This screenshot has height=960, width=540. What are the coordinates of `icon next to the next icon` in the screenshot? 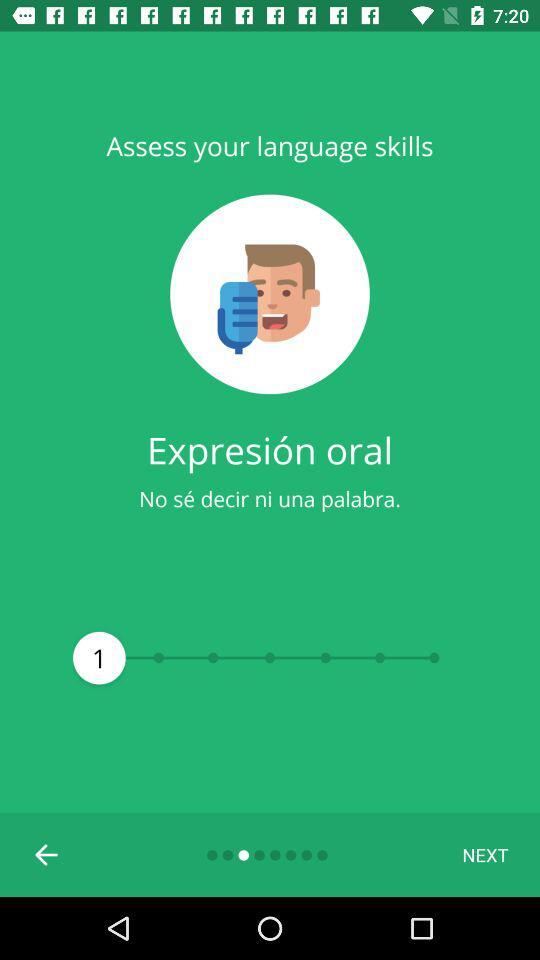 It's located at (47, 853).